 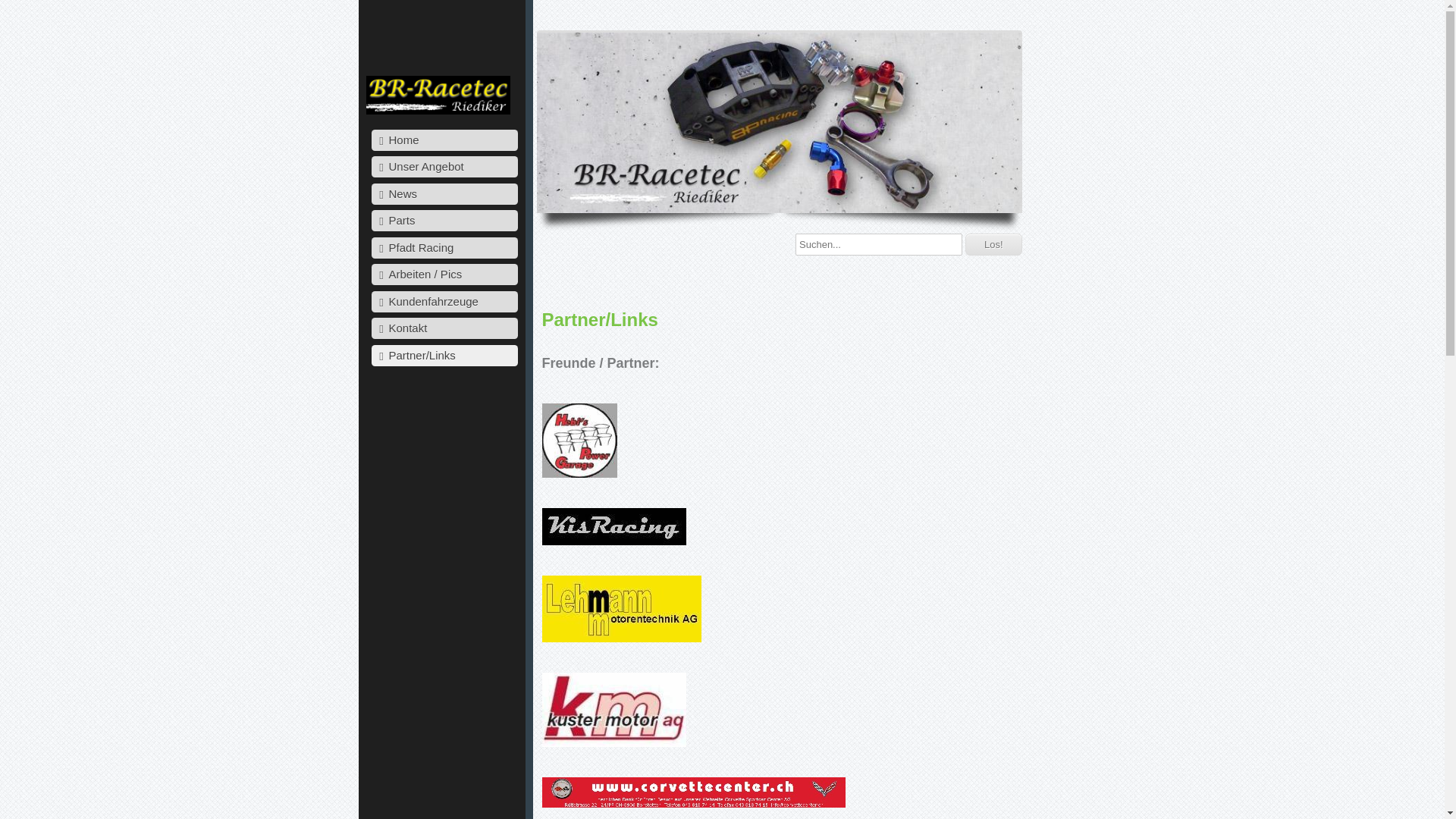 I want to click on 'Unser Angebot', so click(x=444, y=166).